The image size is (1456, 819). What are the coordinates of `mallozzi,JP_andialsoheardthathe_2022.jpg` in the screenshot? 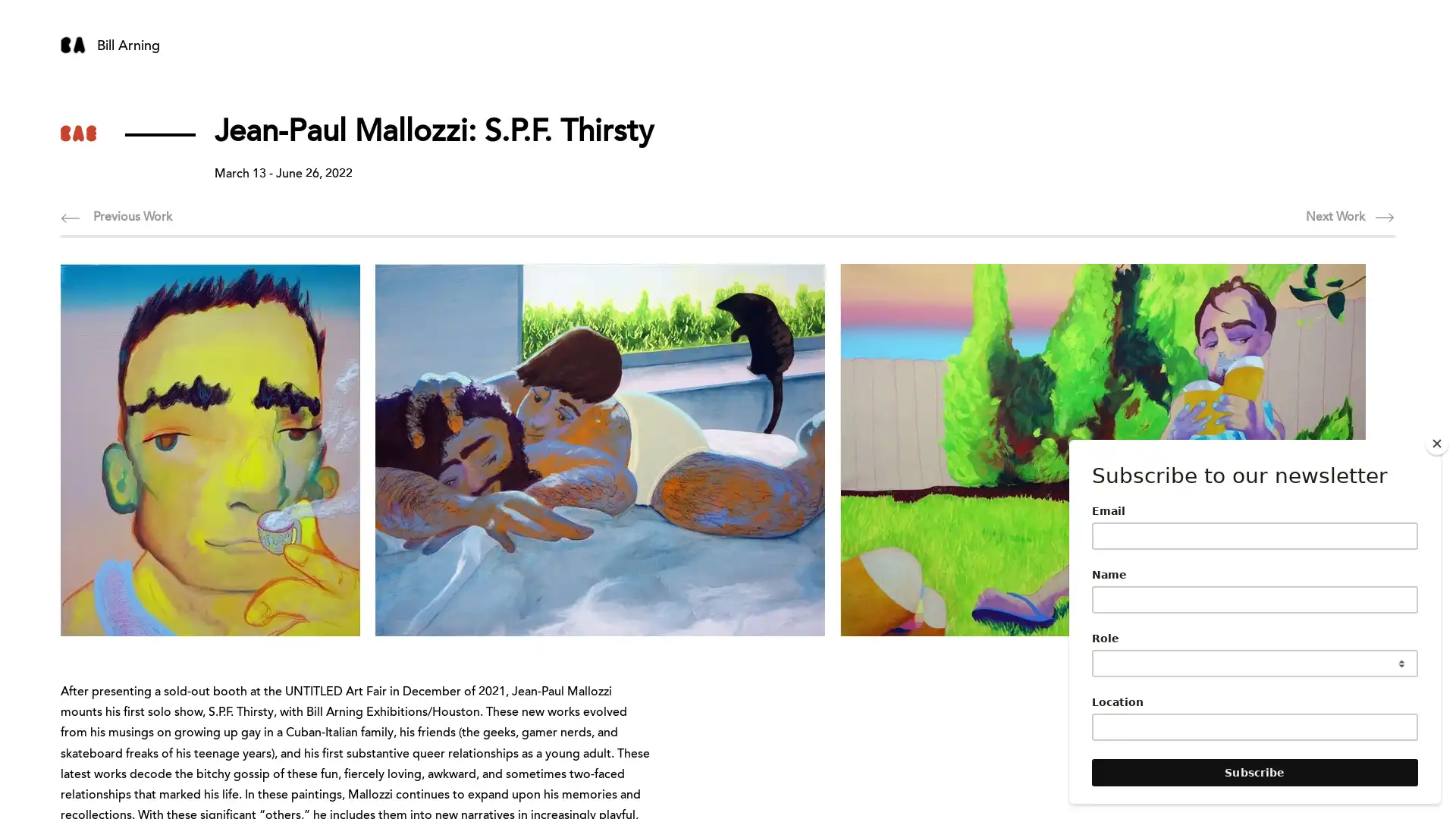 It's located at (209, 449).